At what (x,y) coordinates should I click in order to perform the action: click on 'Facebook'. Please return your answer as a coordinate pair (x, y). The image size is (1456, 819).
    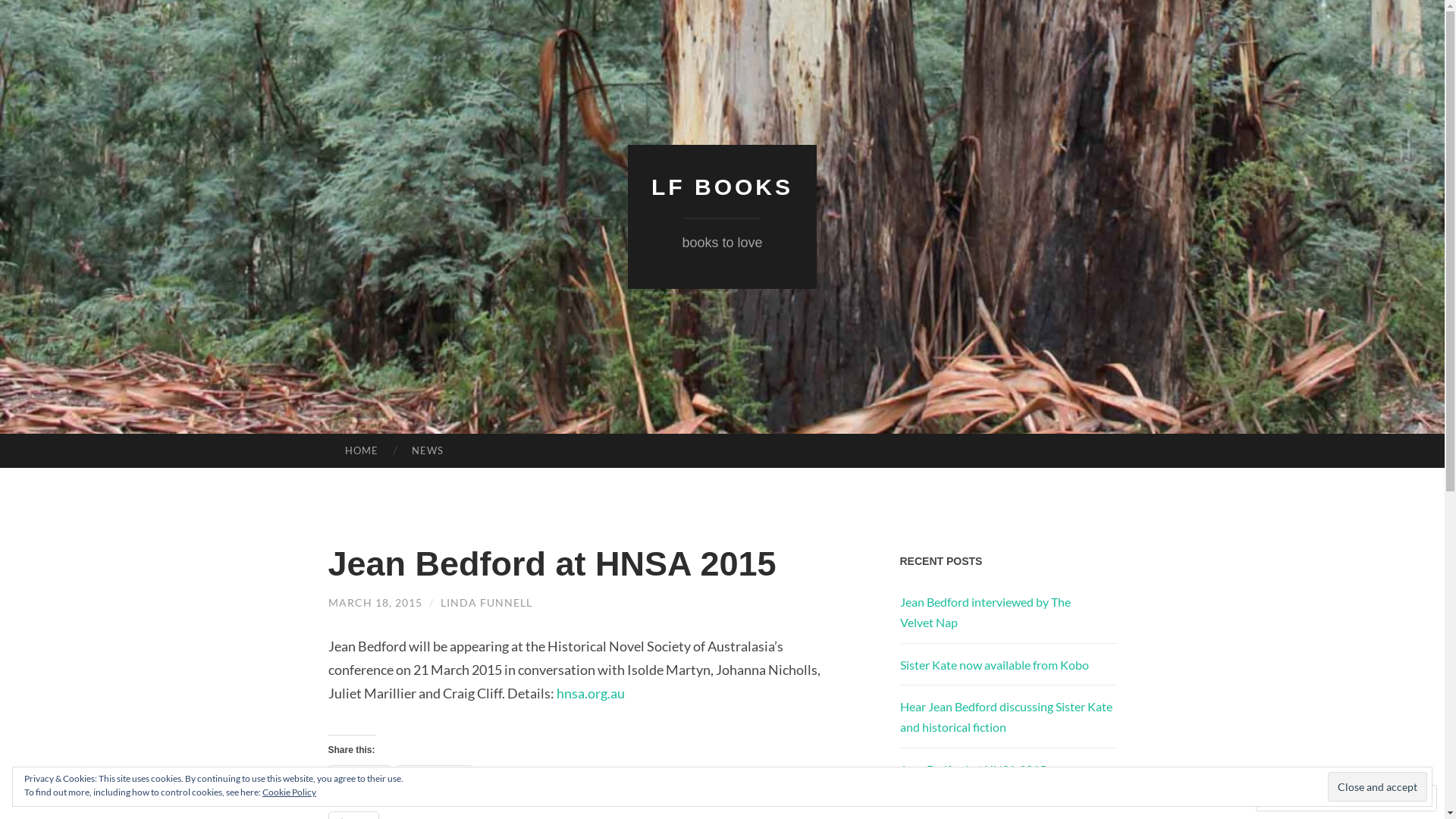
    Looking at the image, I should click on (434, 777).